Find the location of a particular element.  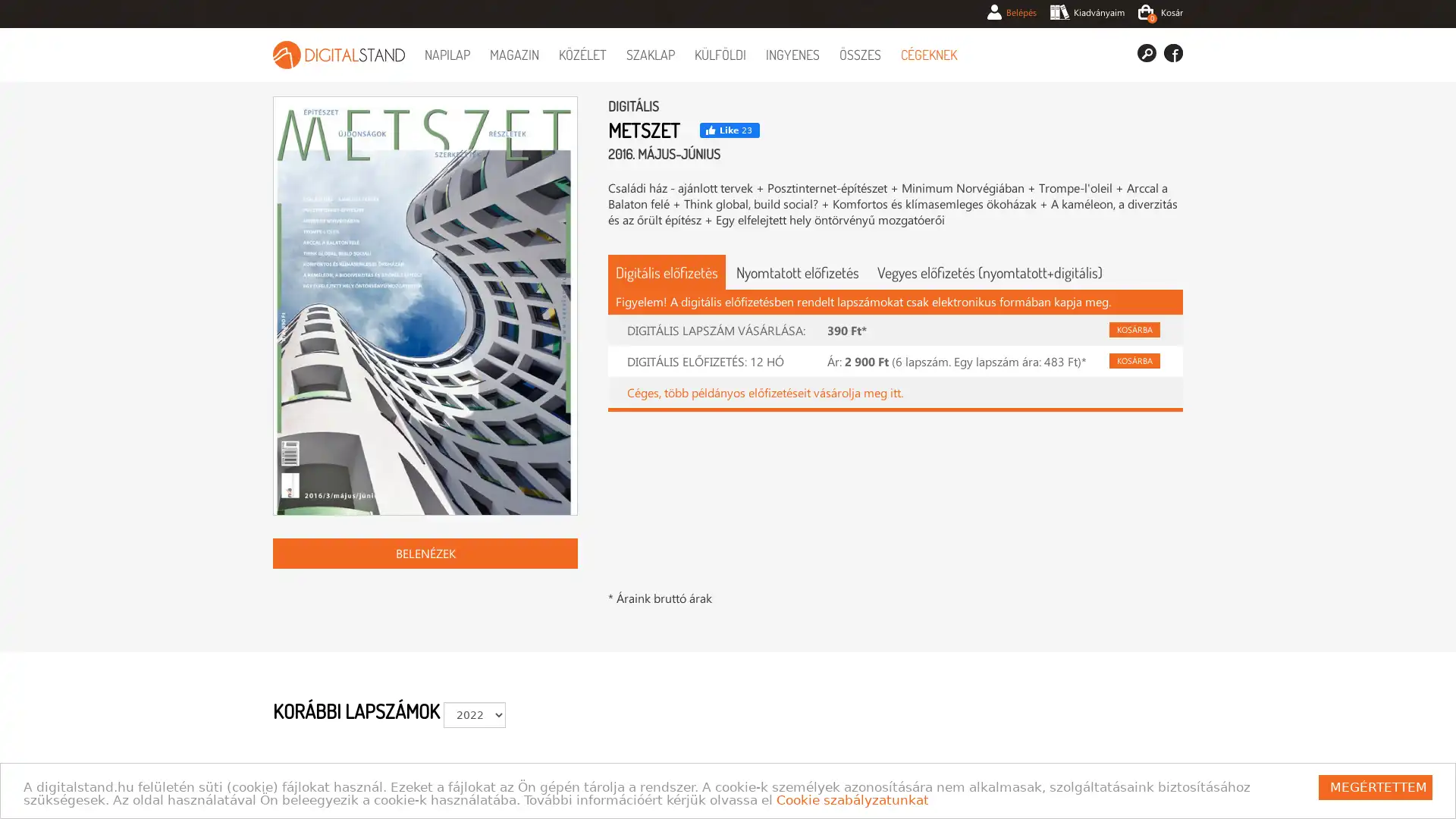

Kereses is located at coordinates (1147, 52).